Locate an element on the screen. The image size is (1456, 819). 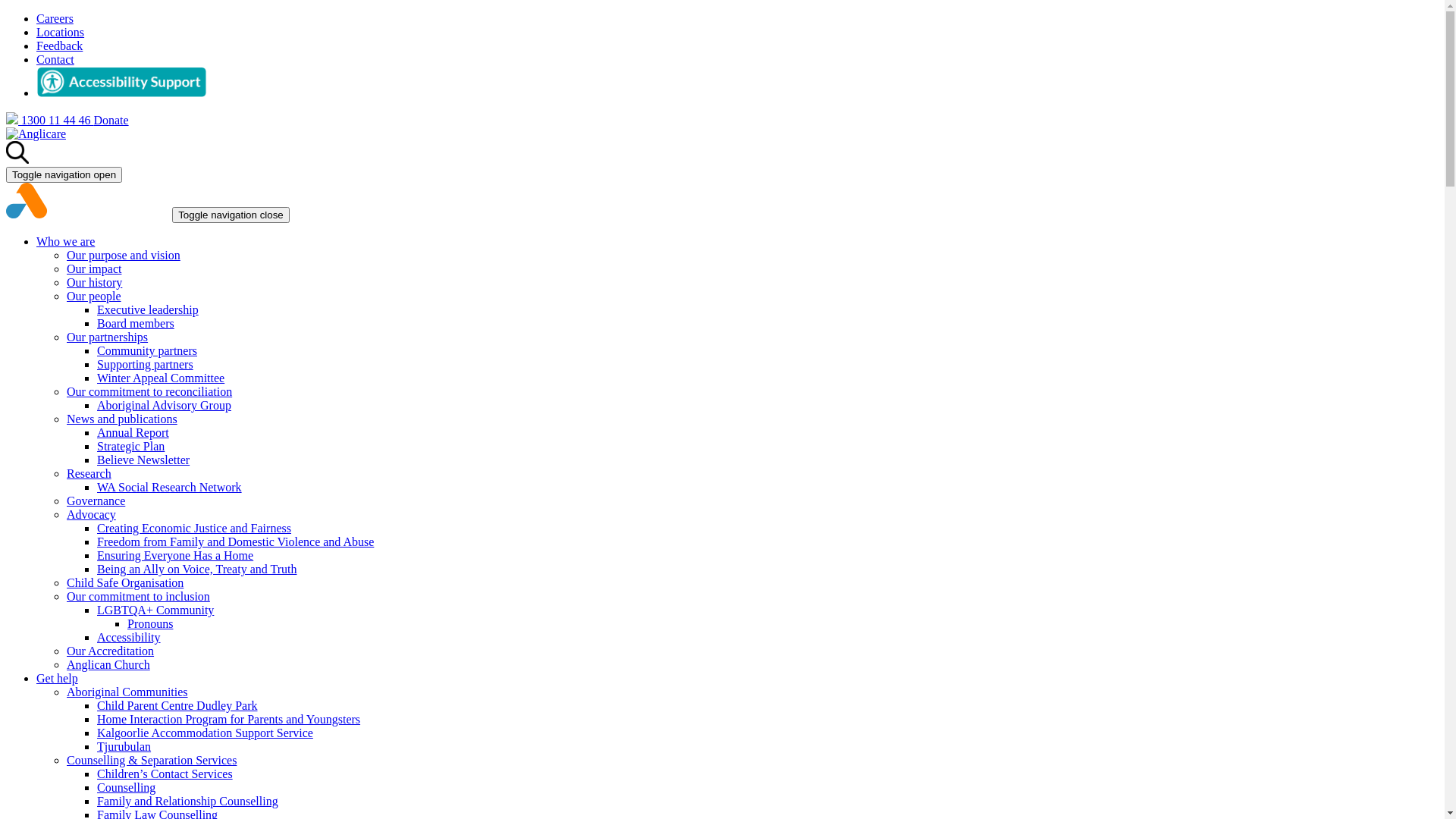
'Community partners' is located at coordinates (146, 350).